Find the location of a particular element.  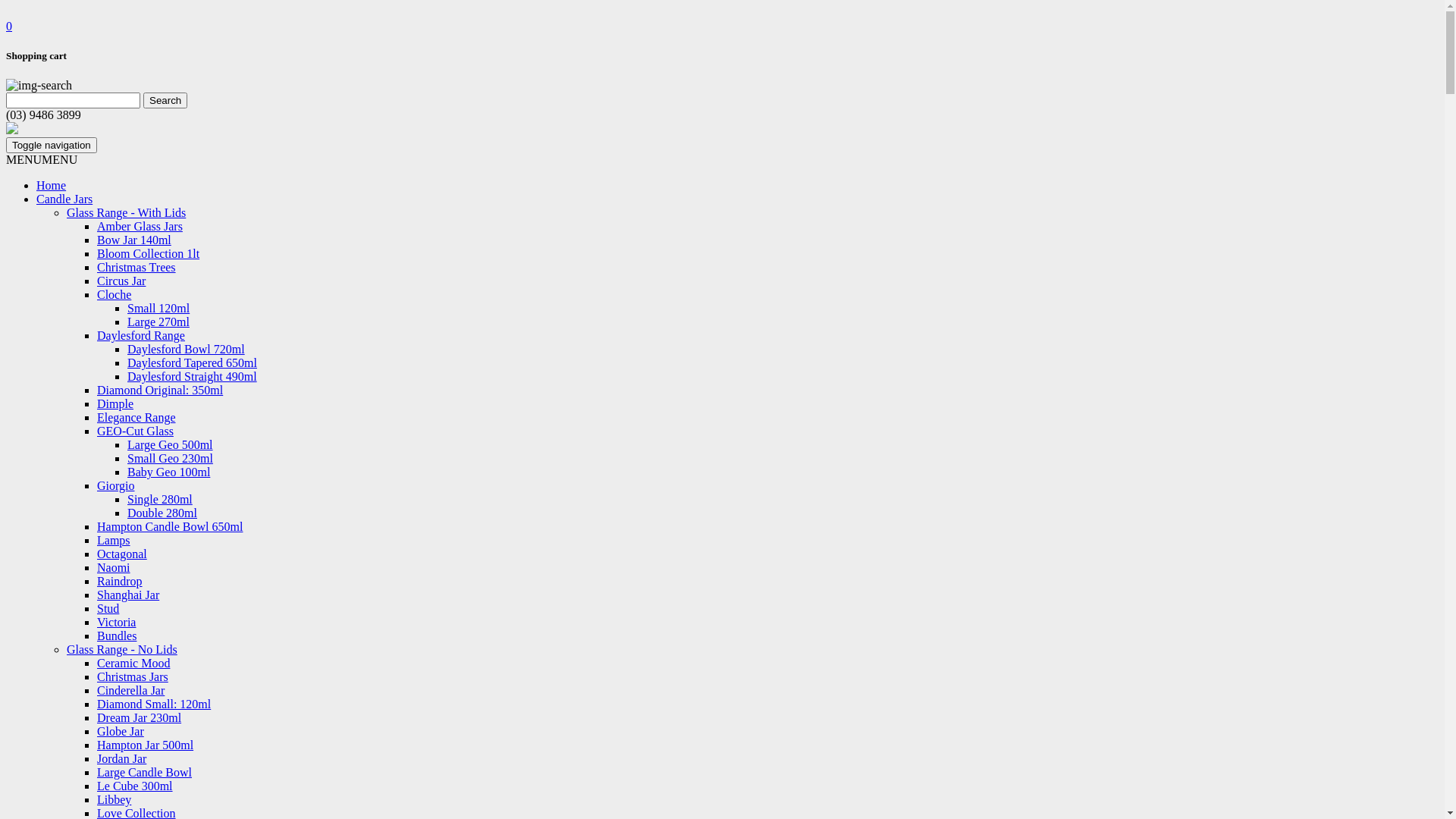

'Daylesford Range' is located at coordinates (141, 334).